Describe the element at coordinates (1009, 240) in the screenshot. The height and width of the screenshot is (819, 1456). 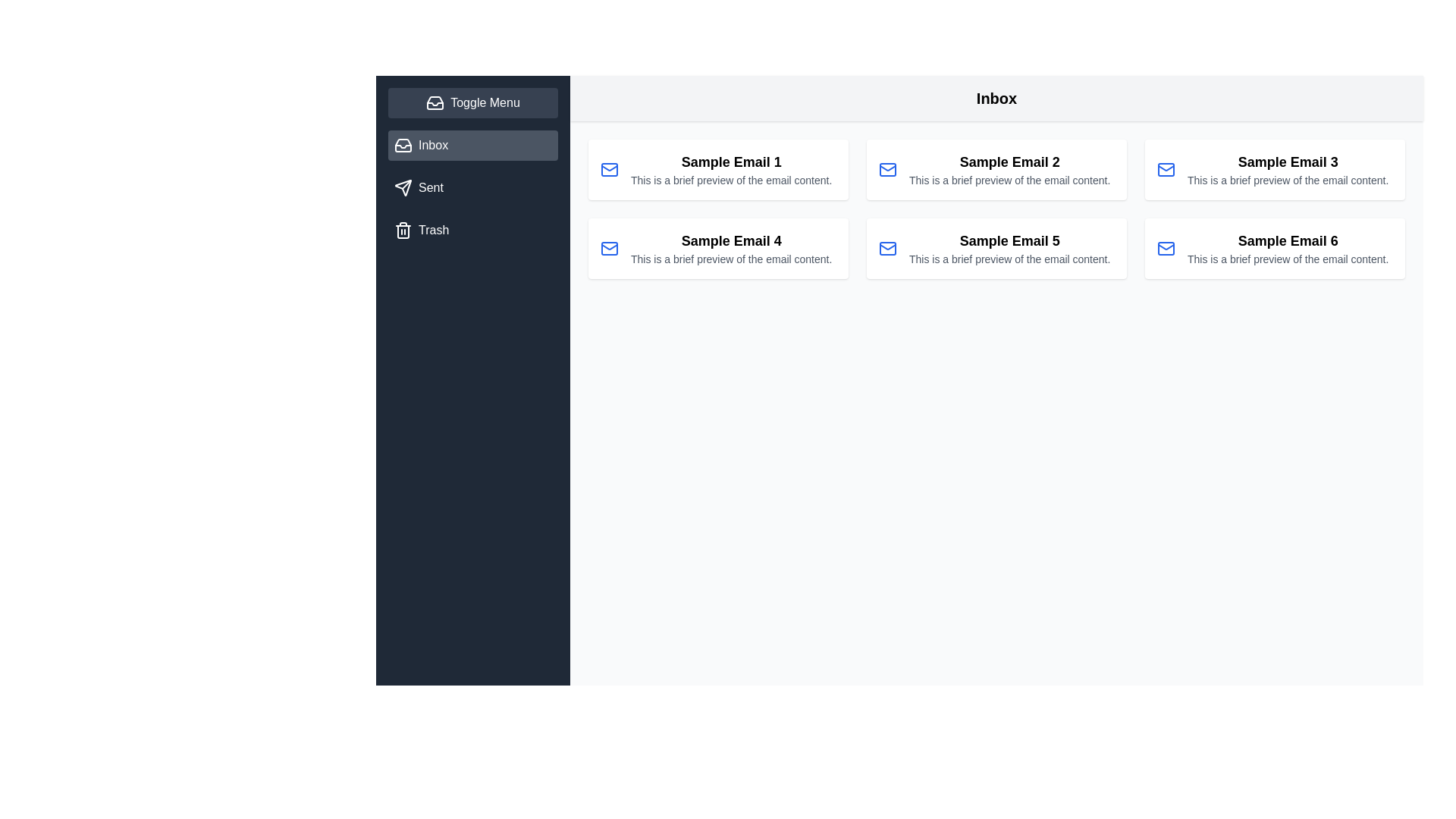
I see `the bold, large-sized text displaying 'Sample Email 5'` at that location.